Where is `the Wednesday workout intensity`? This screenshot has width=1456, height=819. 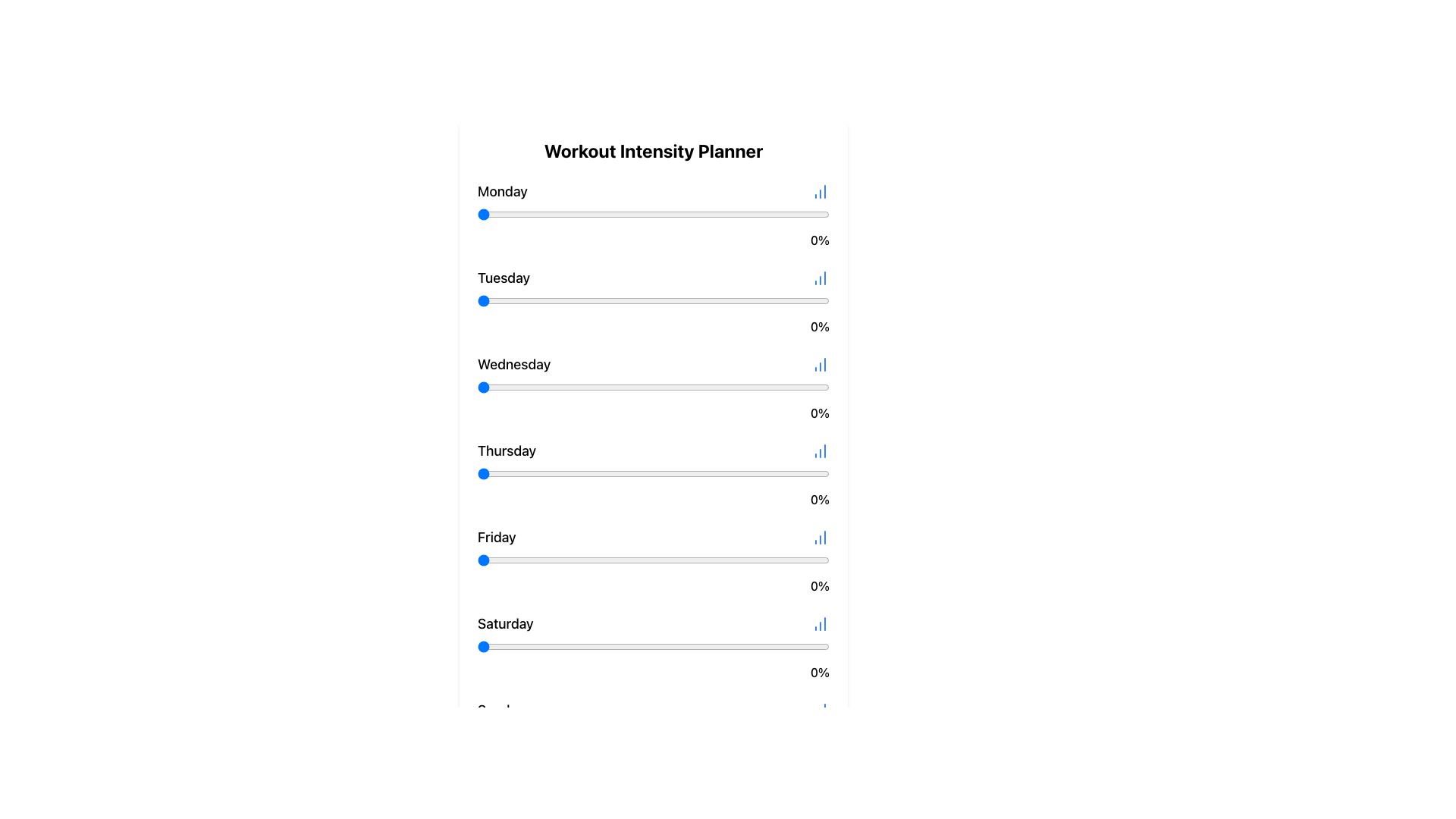
the Wednesday workout intensity is located at coordinates (554, 386).